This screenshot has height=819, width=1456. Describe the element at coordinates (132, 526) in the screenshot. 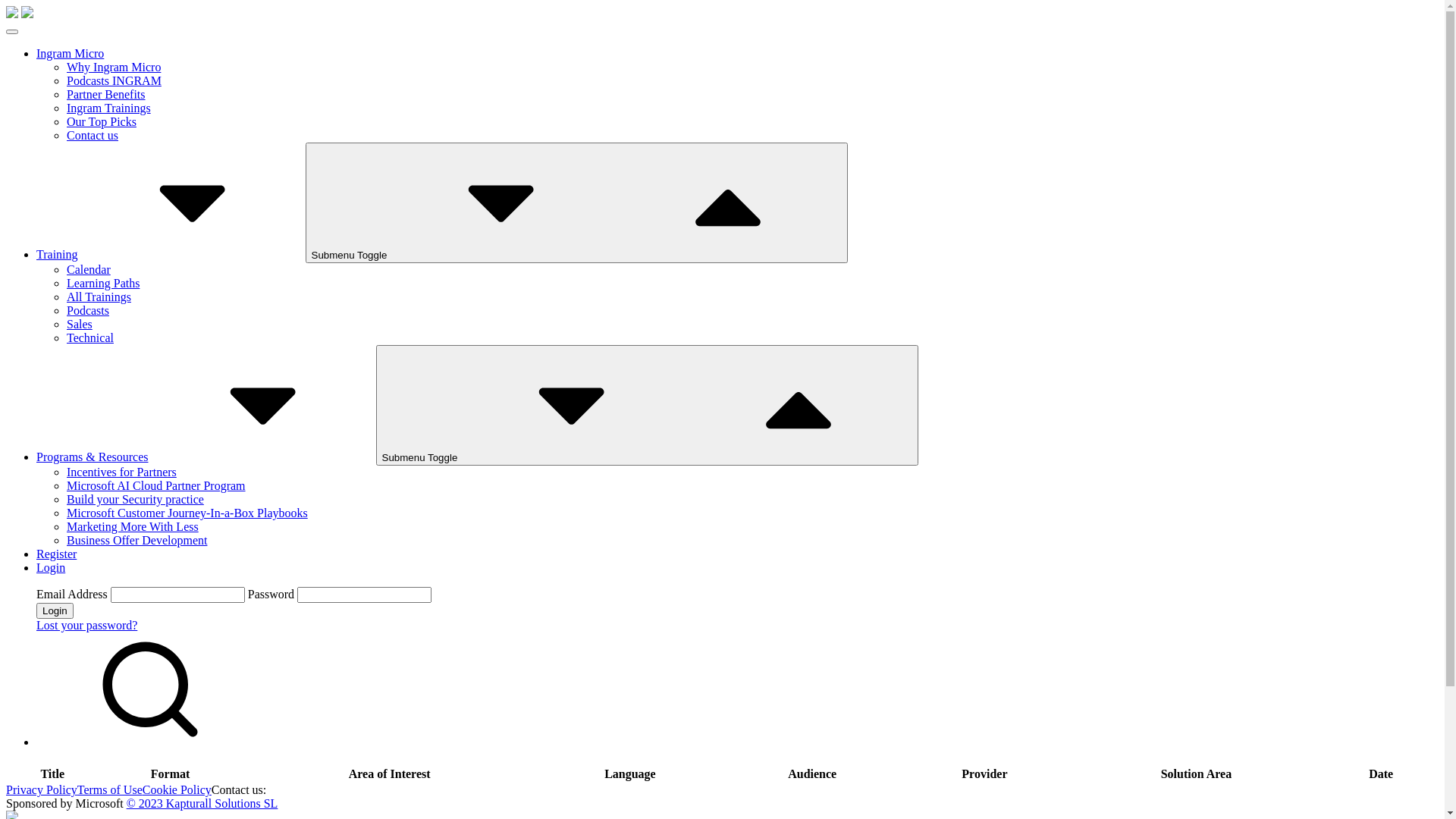

I see `'Marketing More With Less'` at that location.